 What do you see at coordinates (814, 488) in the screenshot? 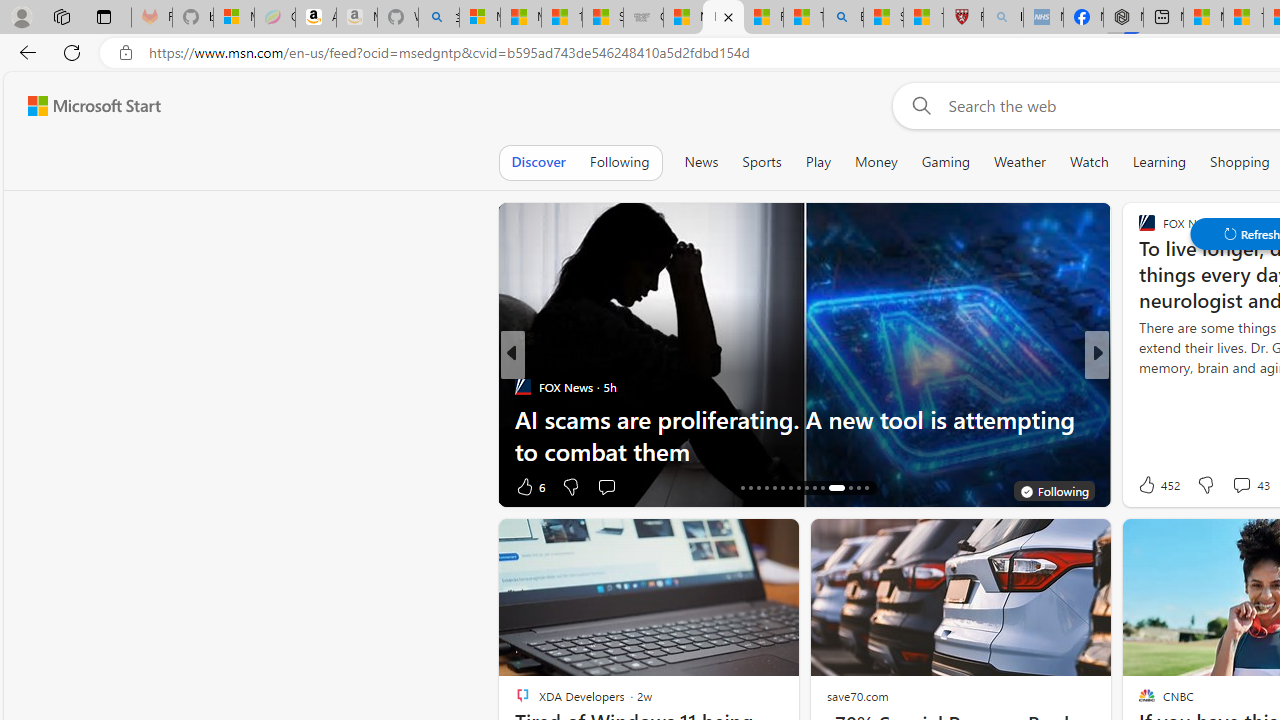
I see `'AutomationID: tab-25'` at bounding box center [814, 488].